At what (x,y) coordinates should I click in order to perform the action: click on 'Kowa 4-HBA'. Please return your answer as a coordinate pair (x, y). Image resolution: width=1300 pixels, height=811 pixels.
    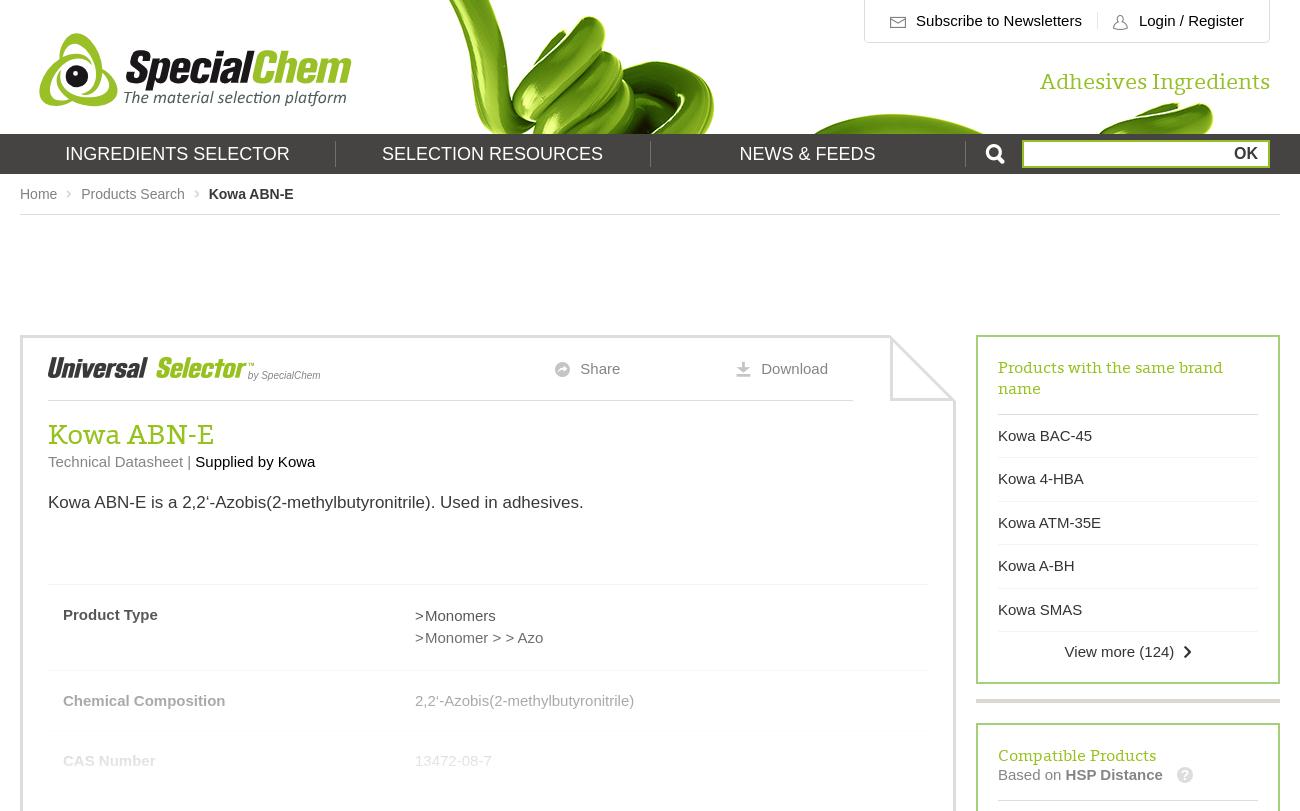
    Looking at the image, I should click on (997, 477).